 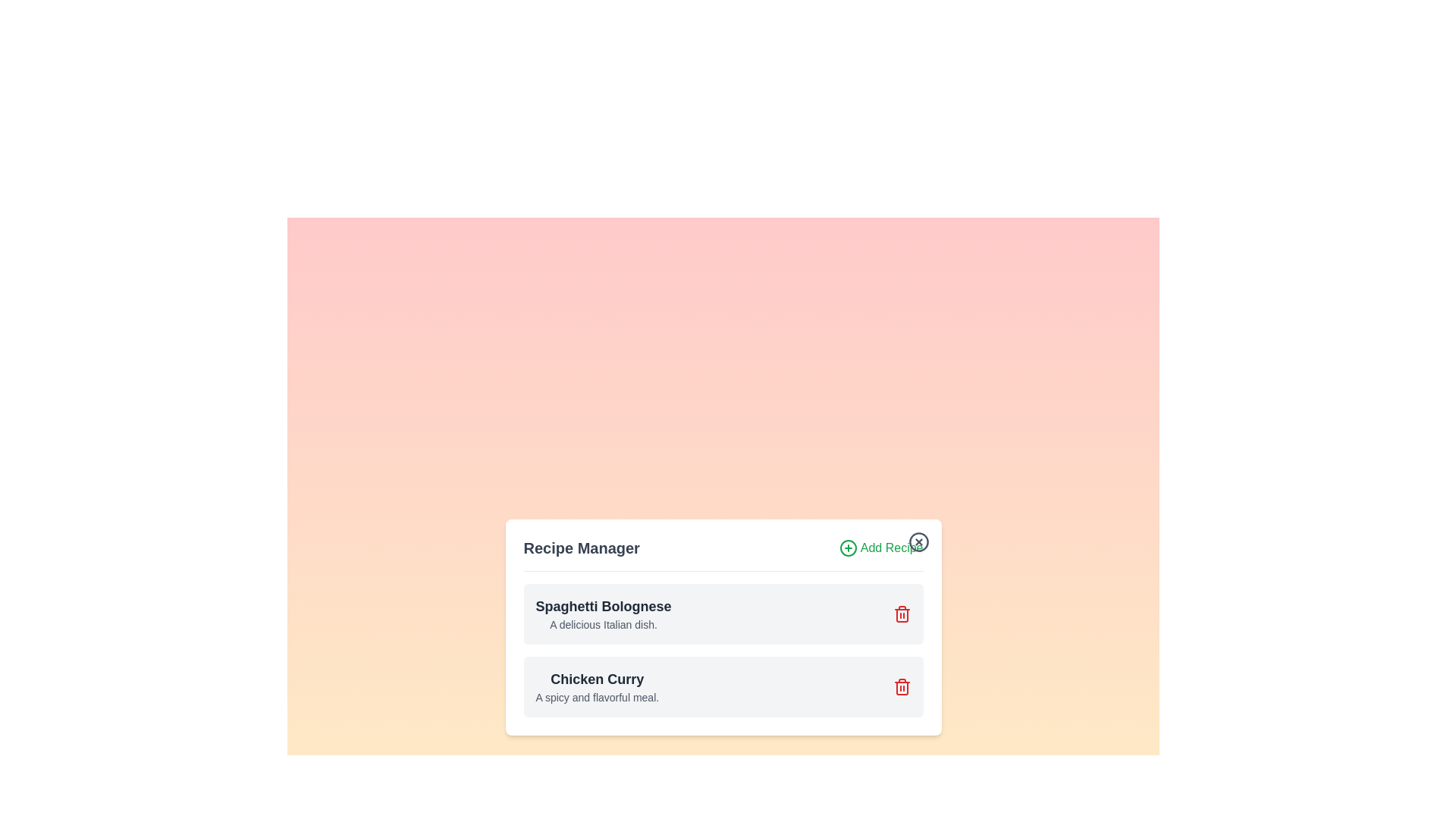 What do you see at coordinates (596, 697) in the screenshot?
I see `the text display element that provides additional information about the title 'Chicken Curry', located directly below the title within the card` at bounding box center [596, 697].